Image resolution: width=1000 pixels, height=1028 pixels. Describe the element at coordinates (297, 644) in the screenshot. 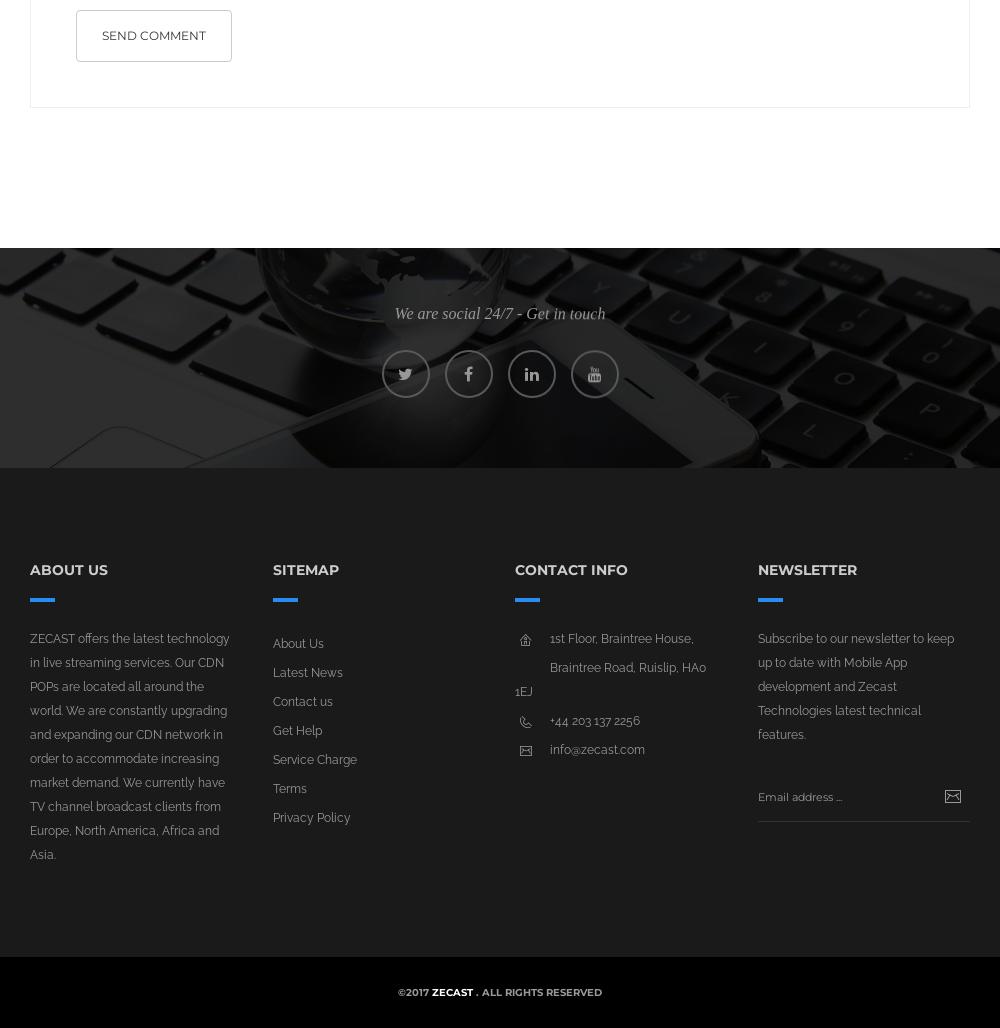

I see `'About Us'` at that location.